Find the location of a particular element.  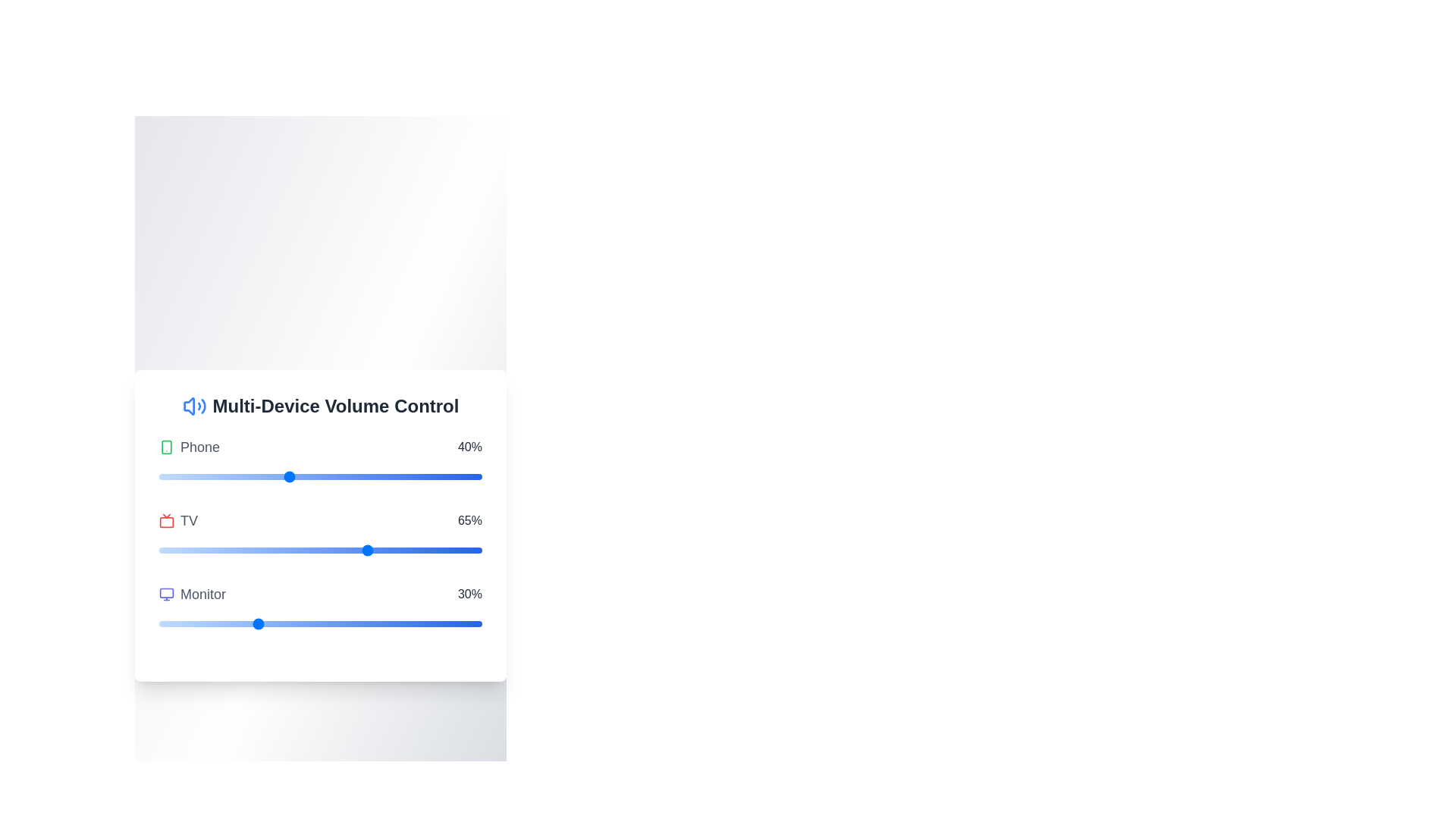

the small rectangular vector graphic subcomponent of the icon adjacent to the 'Phone' label in the Multi-Device Volume Control interface is located at coordinates (167, 446).